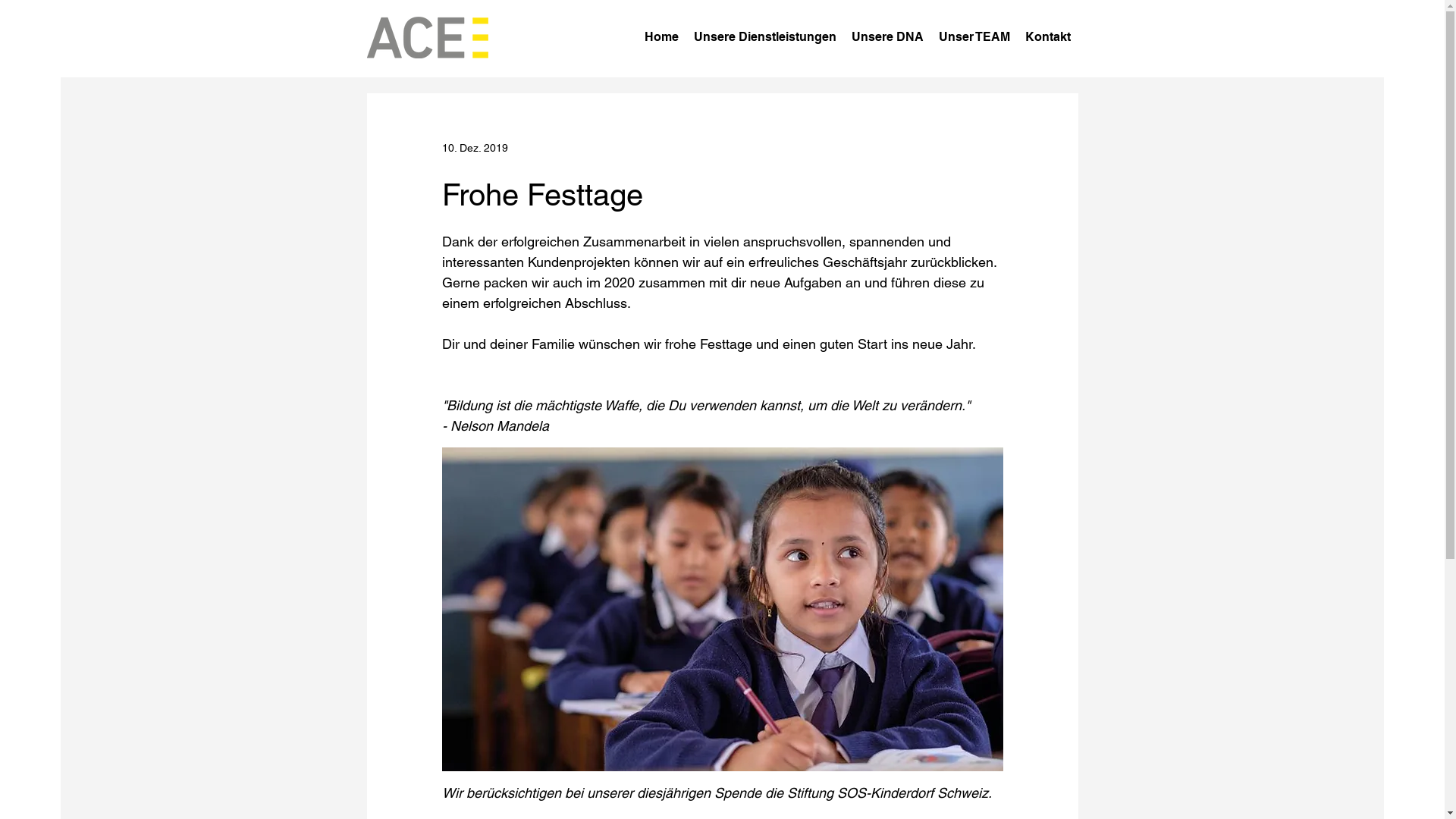 The width and height of the screenshot is (1456, 819). I want to click on 'Kontakt', so click(1047, 36).